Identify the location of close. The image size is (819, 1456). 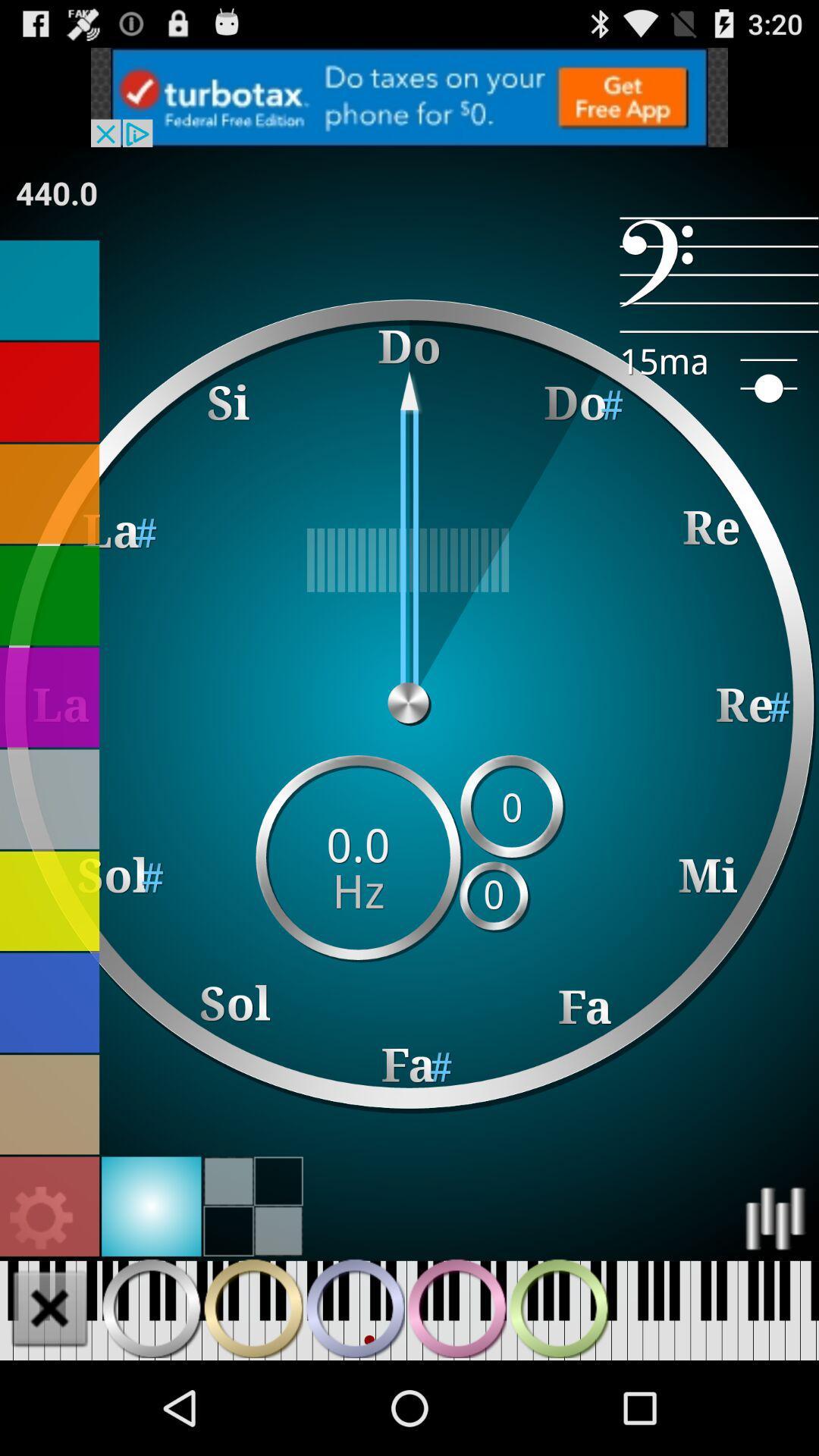
(49, 1307).